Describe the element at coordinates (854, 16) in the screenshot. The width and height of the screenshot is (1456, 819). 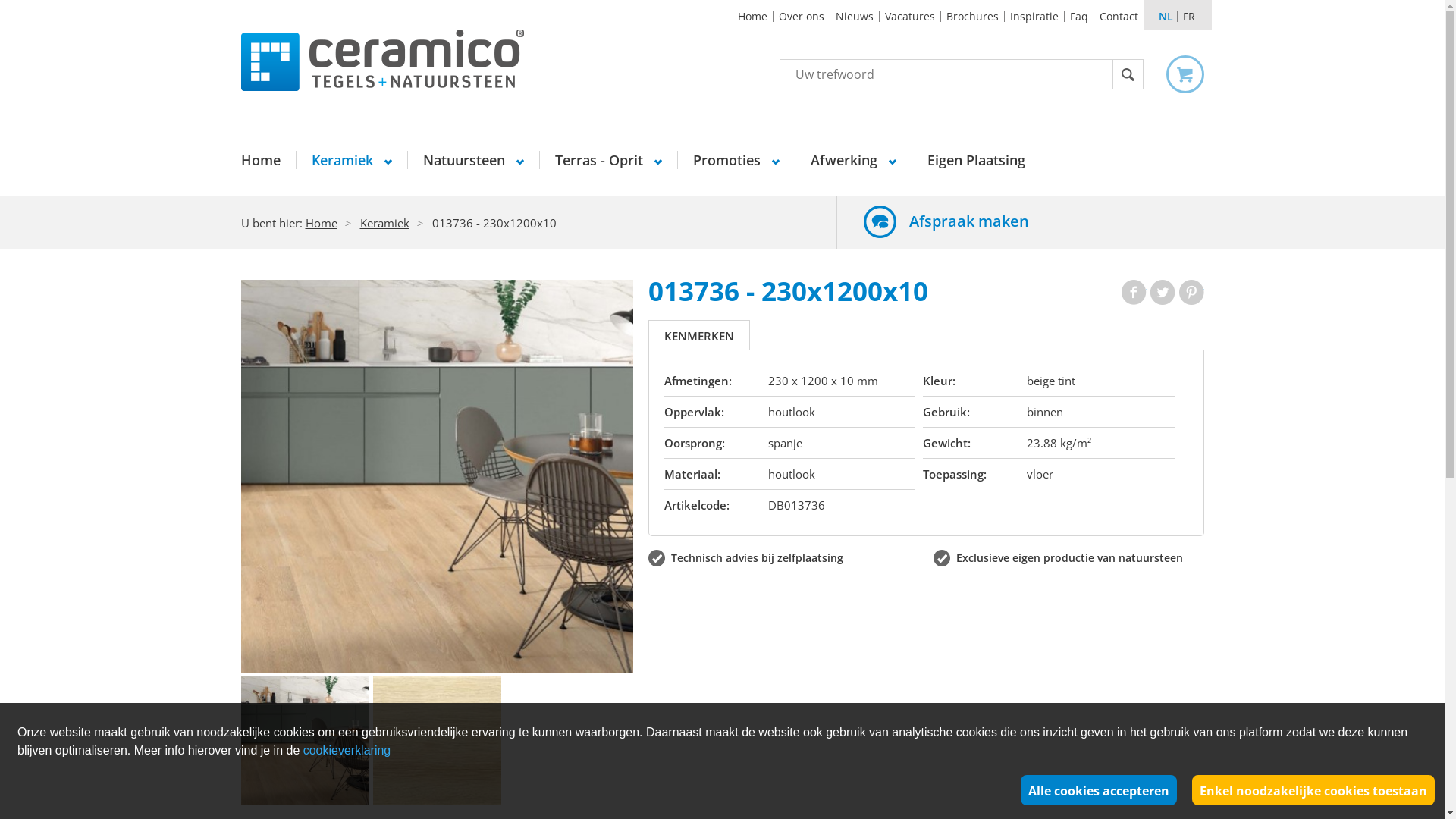
I see `'Nieuws'` at that location.